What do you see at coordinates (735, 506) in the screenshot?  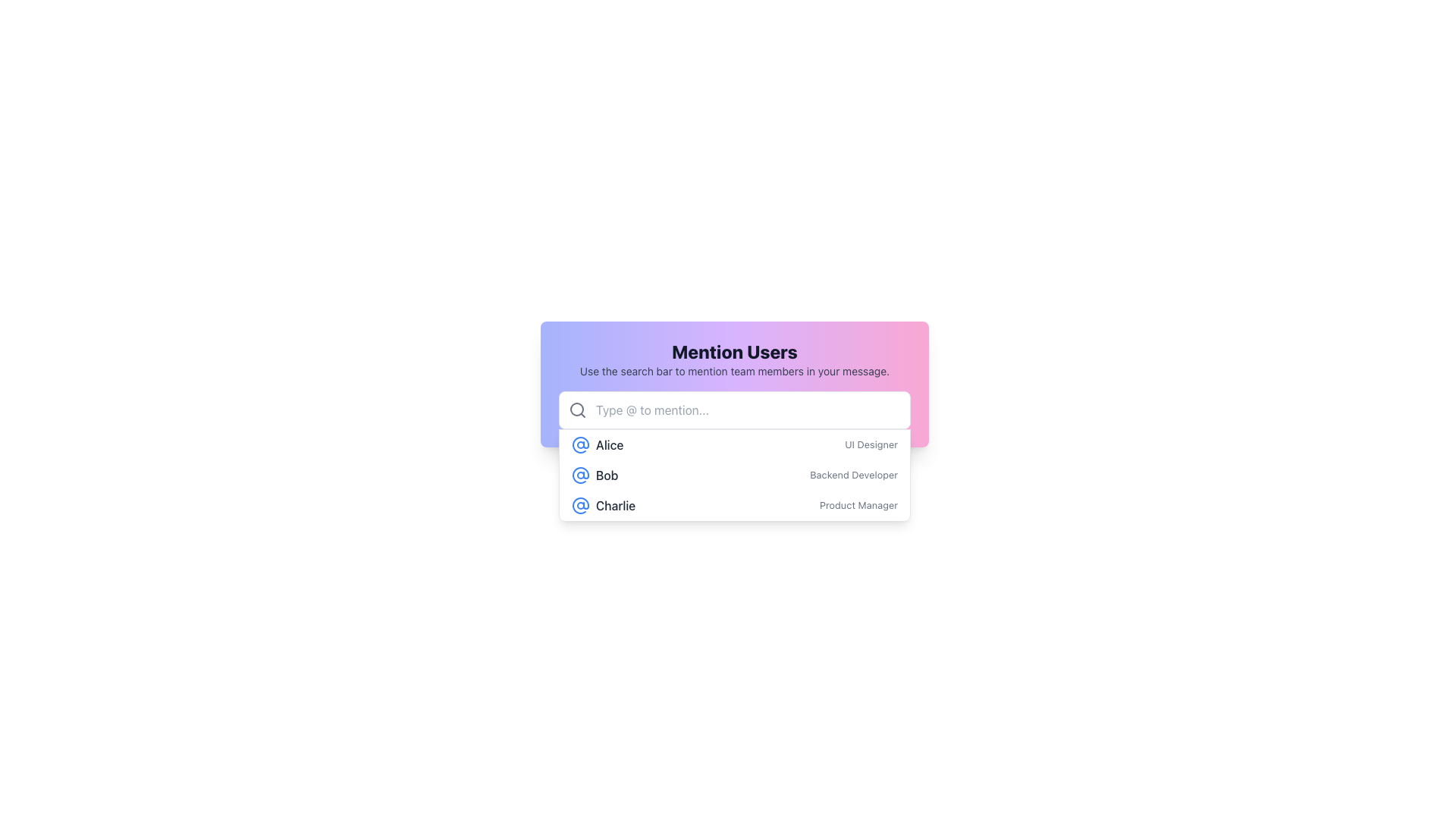 I see `the third item in the dropdown list representing 'Charlie', the Product Manager` at bounding box center [735, 506].